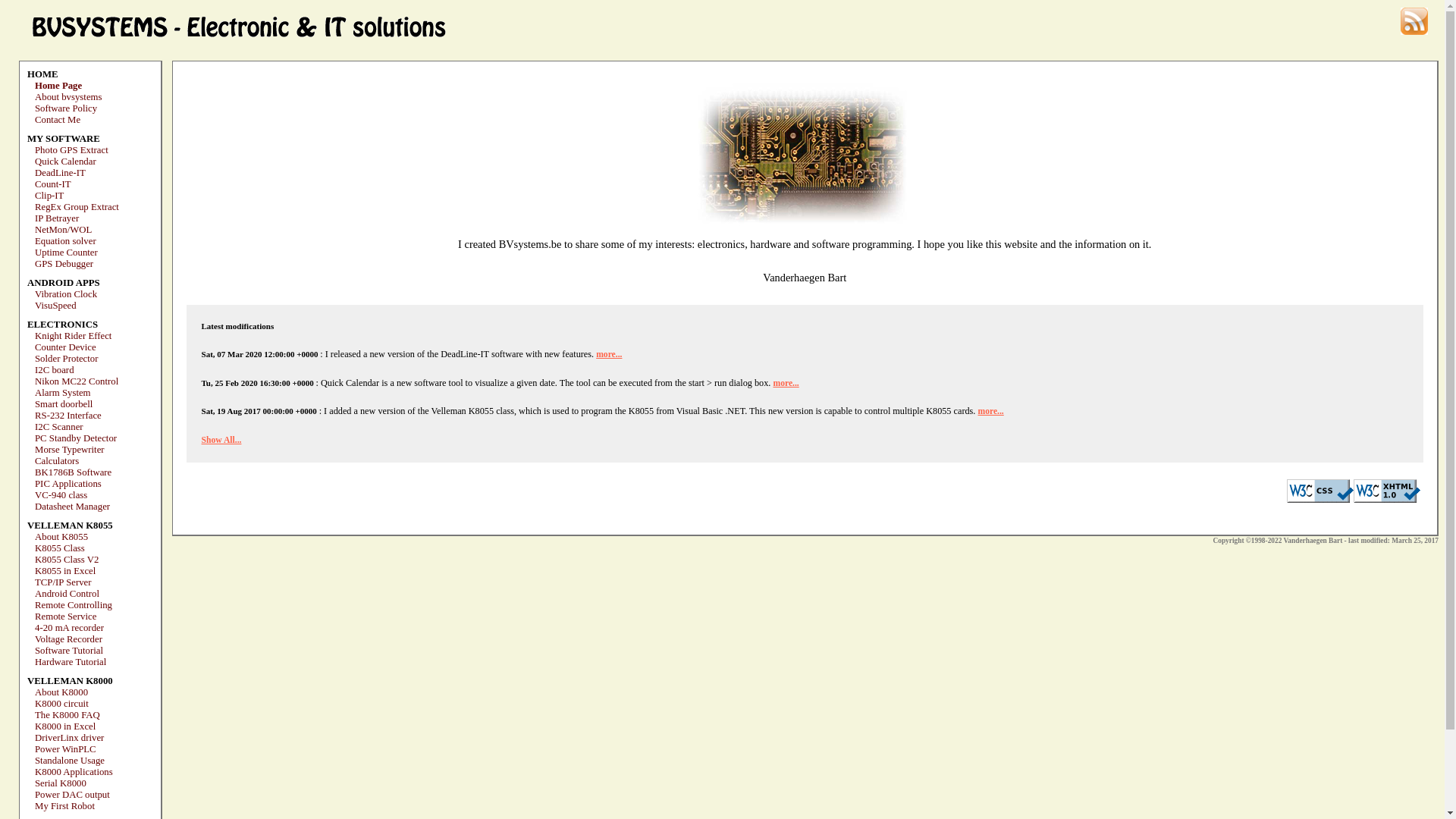 This screenshot has height=819, width=1456. Describe the element at coordinates (68, 649) in the screenshot. I see `'Software Tutorial'` at that location.